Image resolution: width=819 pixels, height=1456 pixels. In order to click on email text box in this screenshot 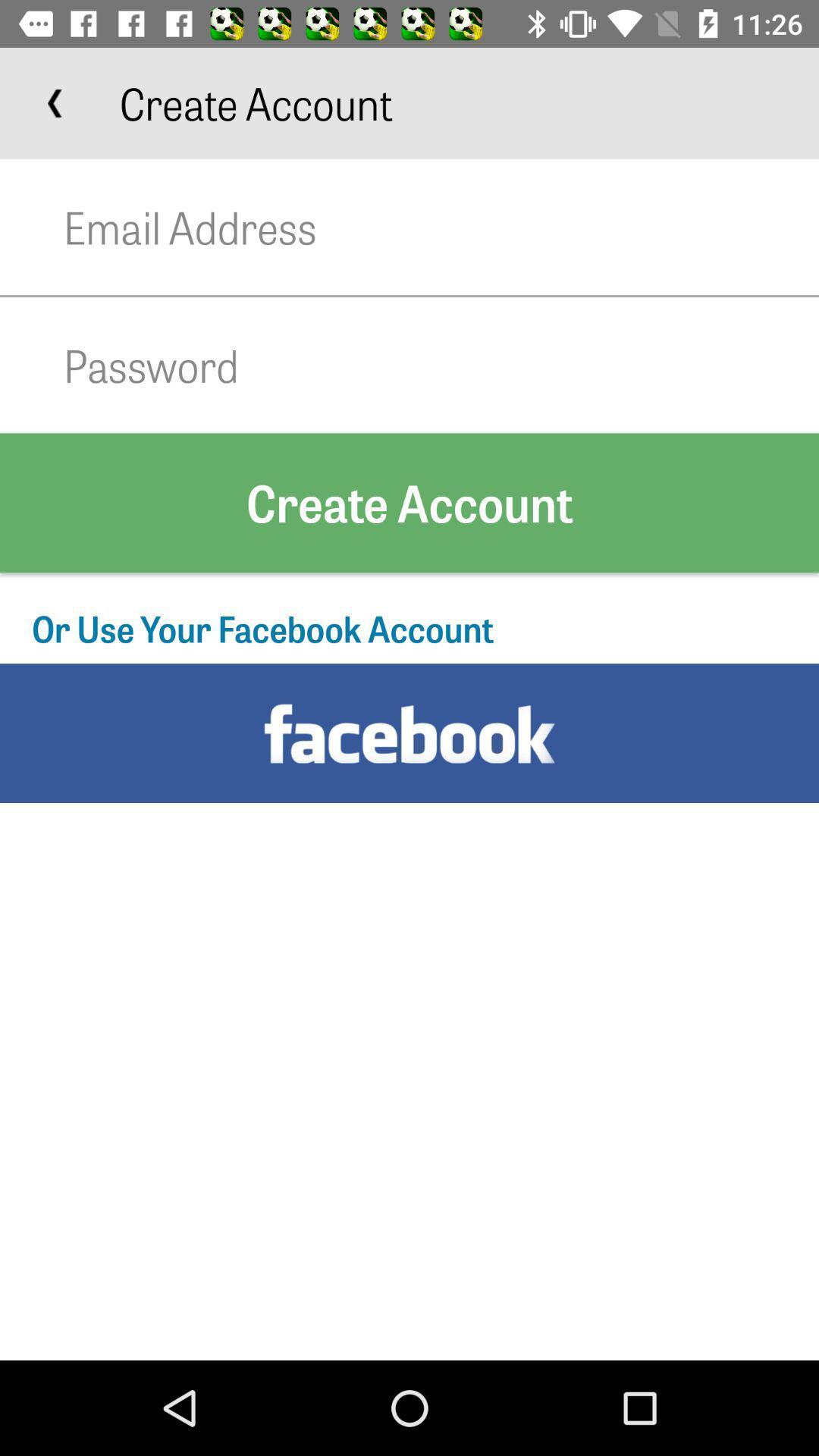, I will do `click(441, 226)`.